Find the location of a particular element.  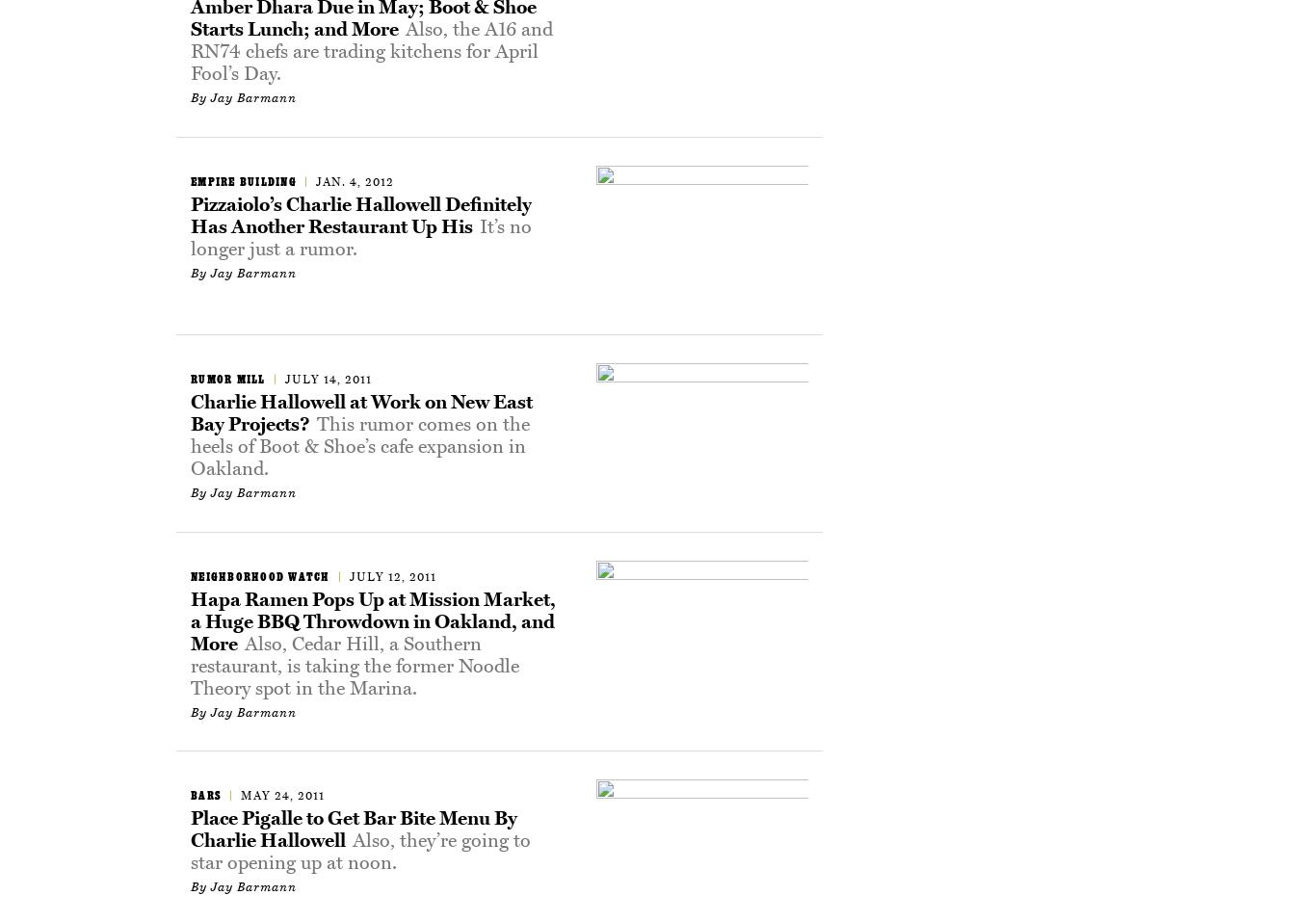

'Also, the A16 and RN74 chefs are trading kitchens for April Fool’s Day.' is located at coordinates (371, 50).